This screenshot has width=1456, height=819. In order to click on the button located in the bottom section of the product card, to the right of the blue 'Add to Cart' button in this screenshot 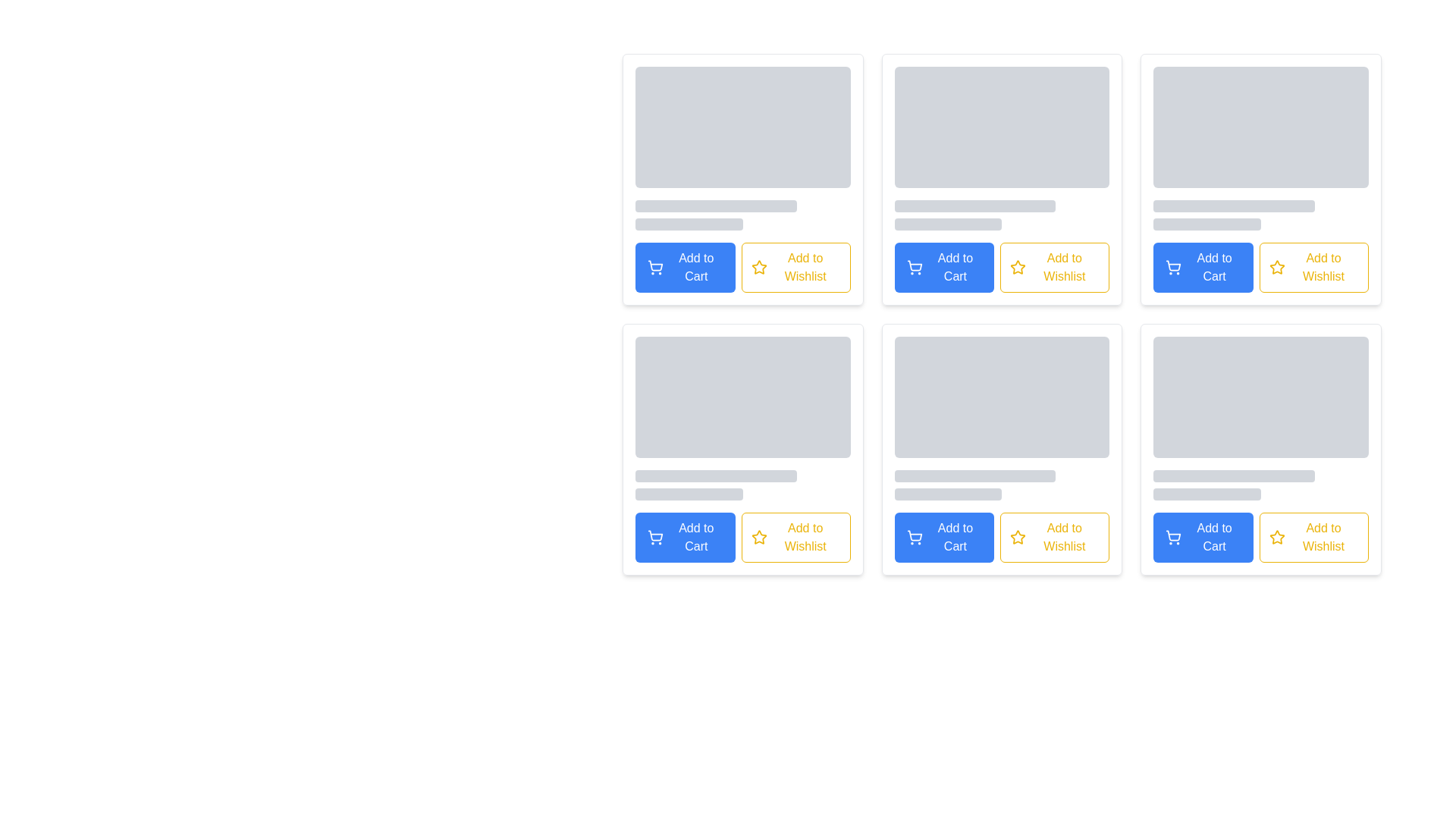, I will do `click(1002, 267)`.